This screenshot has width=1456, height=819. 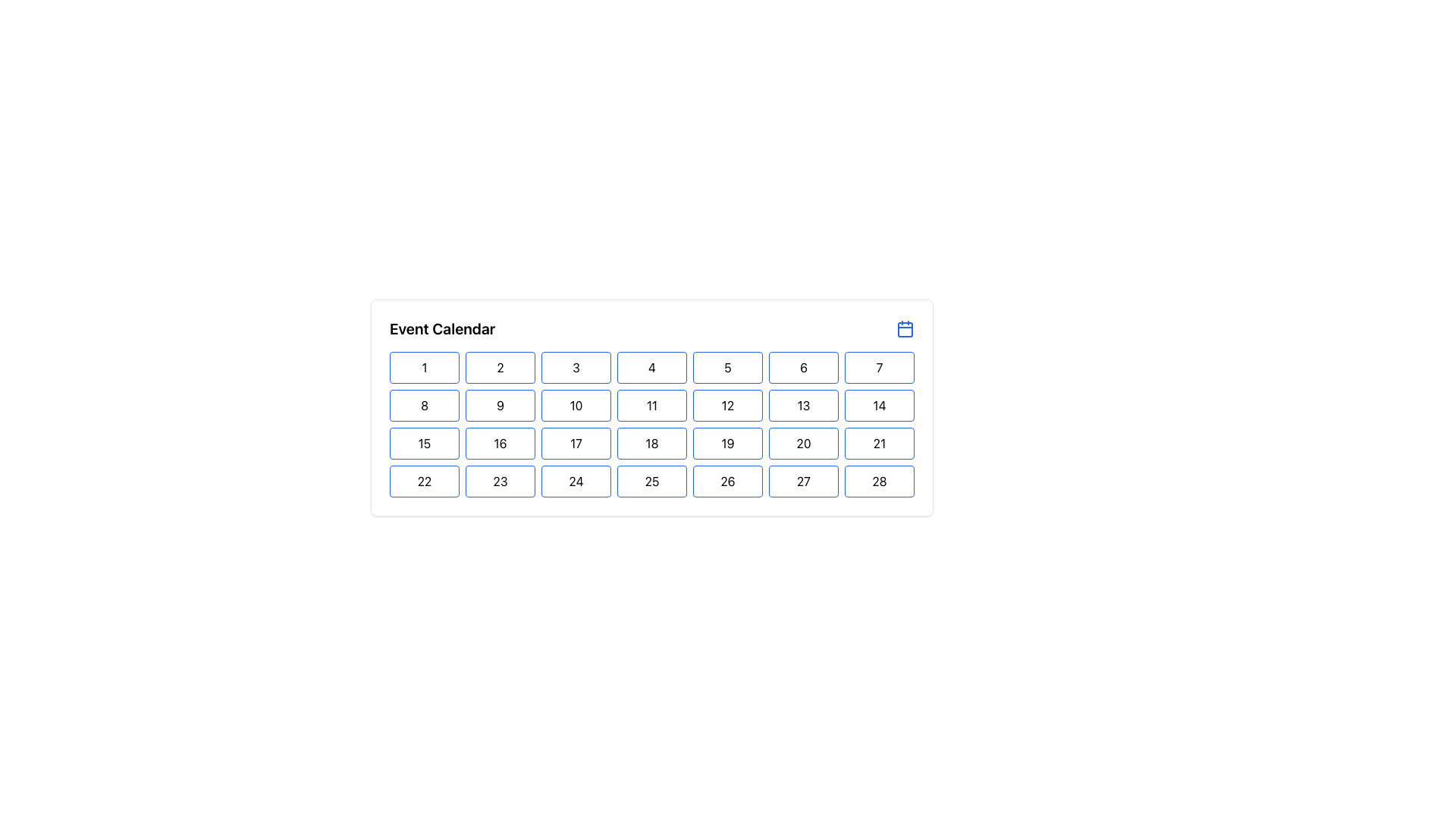 What do you see at coordinates (425, 368) in the screenshot?
I see `the first day button of the interactive calendar UI` at bounding box center [425, 368].